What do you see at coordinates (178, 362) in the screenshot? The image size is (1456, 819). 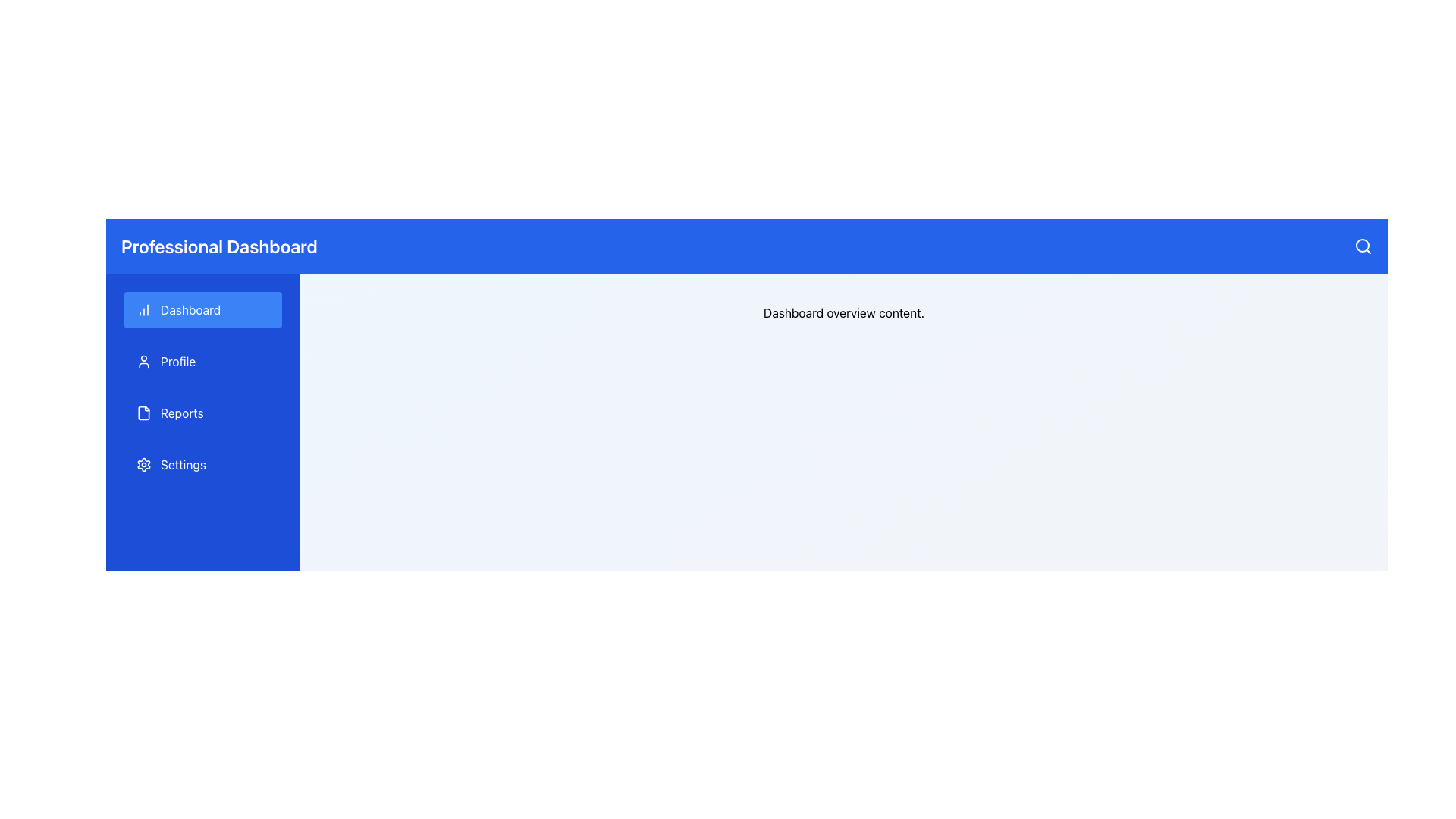 I see `the 'Profile' label in the navigation menu, which is positioned to the right of the icon within a sidebar under the 'Dashboard' menu` at bounding box center [178, 362].